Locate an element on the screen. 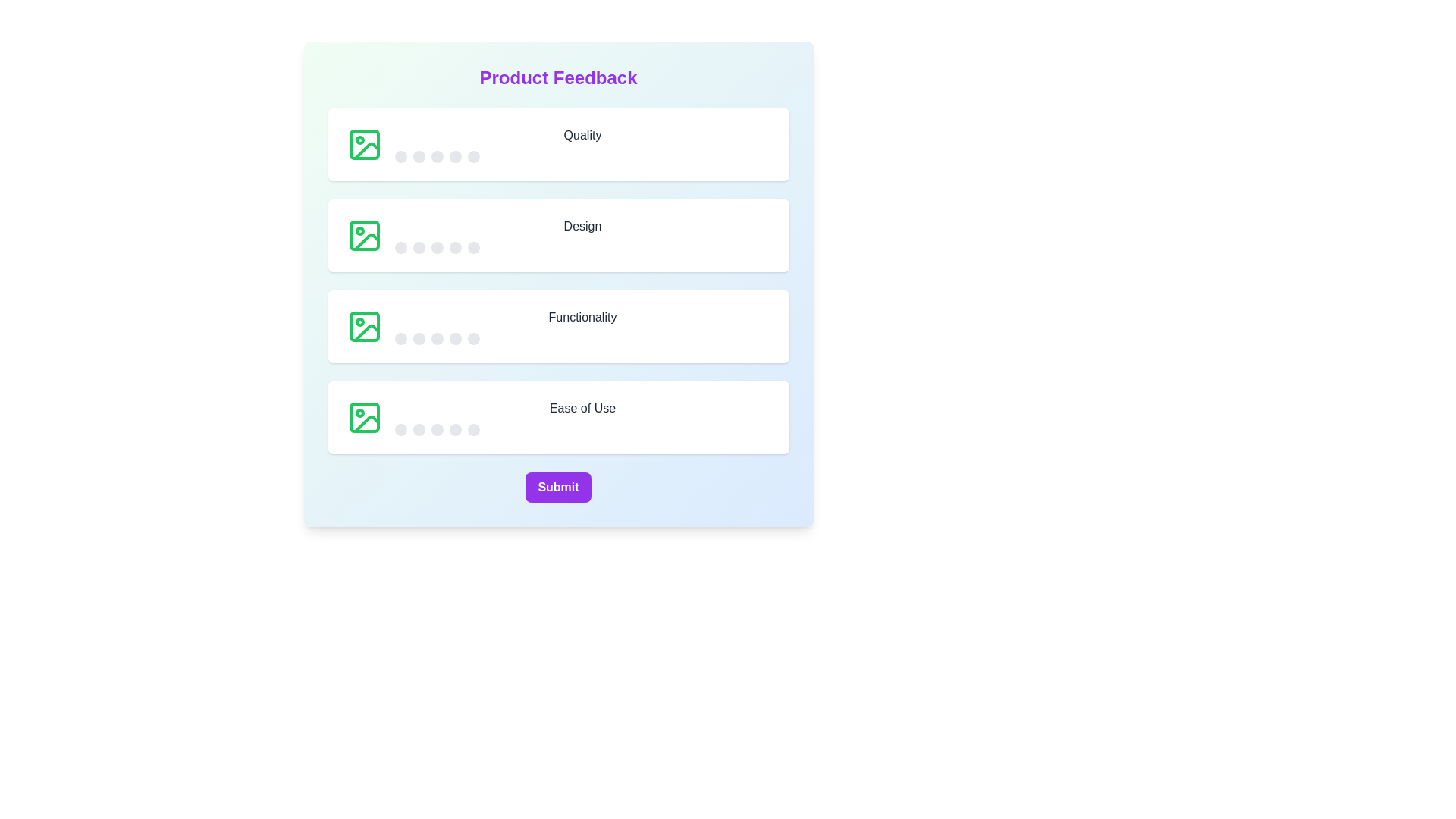  the image icon next to the category Functionality is located at coordinates (364, 326).